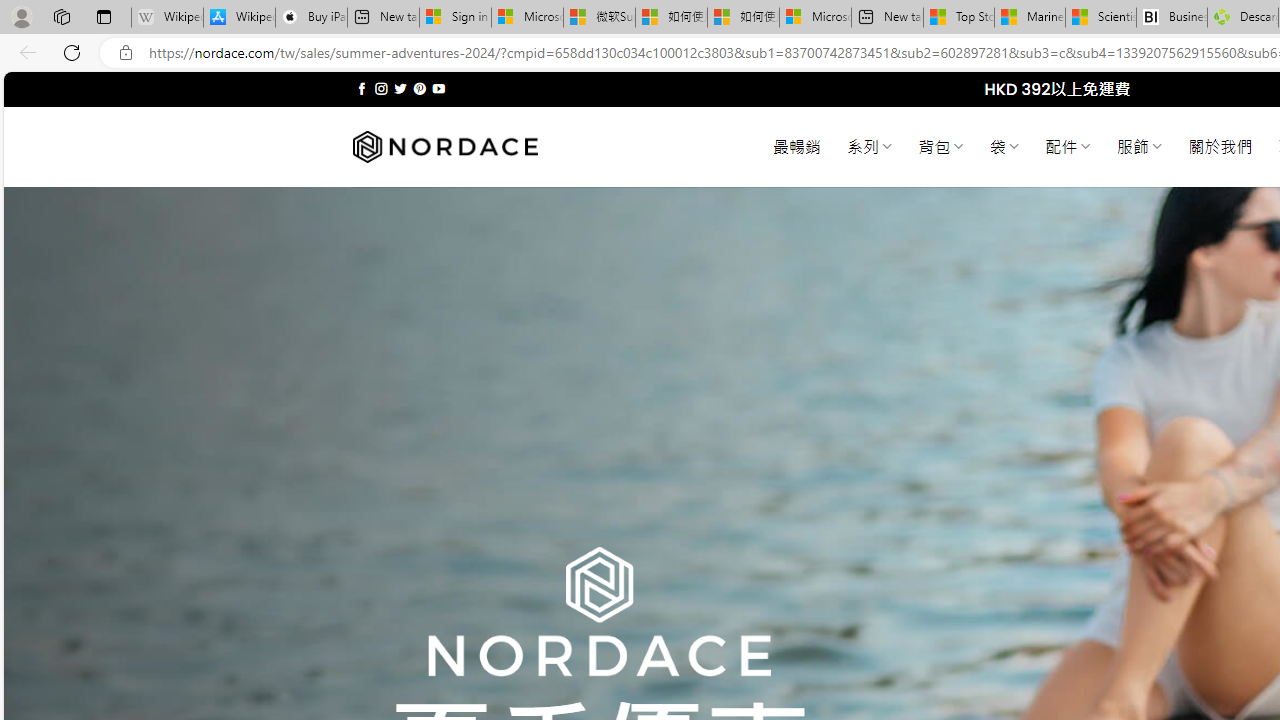 Image resolution: width=1280 pixels, height=720 pixels. What do you see at coordinates (815, 17) in the screenshot?
I see `'Microsoft account | Account Checkup'` at bounding box center [815, 17].